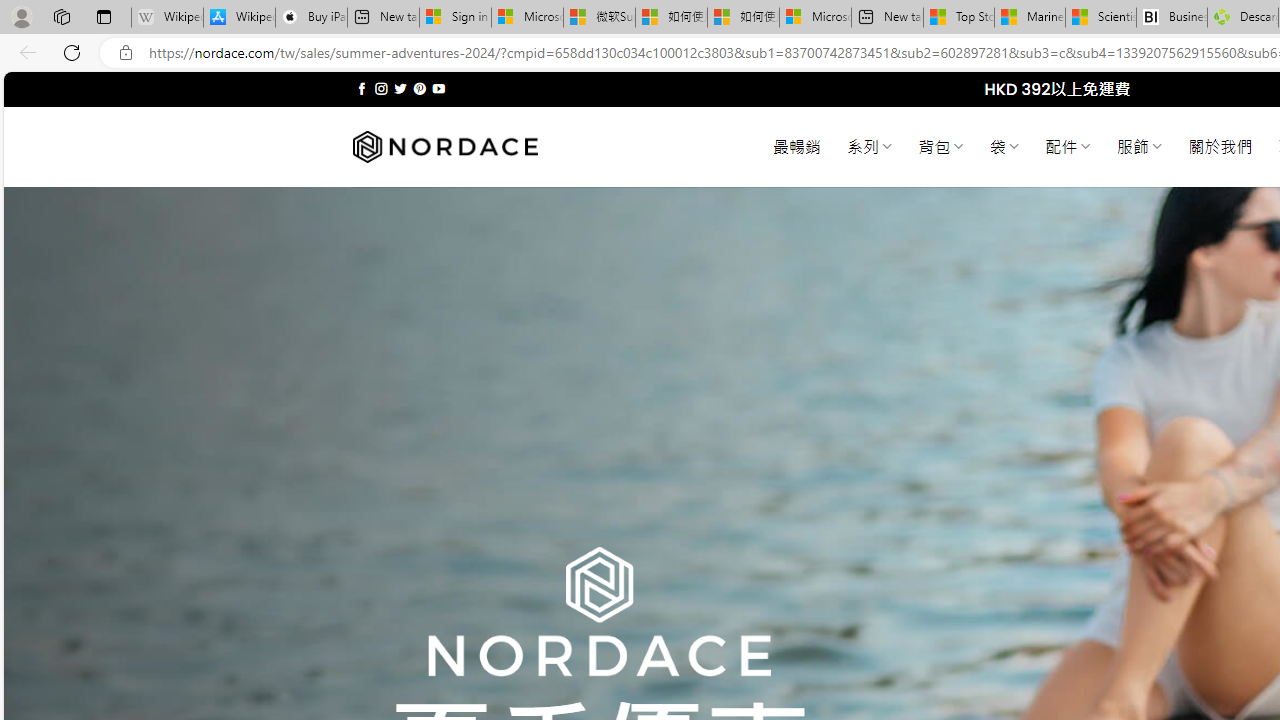 Image resolution: width=1280 pixels, height=720 pixels. What do you see at coordinates (815, 17) in the screenshot?
I see `'Microsoft account | Account Checkup'` at bounding box center [815, 17].